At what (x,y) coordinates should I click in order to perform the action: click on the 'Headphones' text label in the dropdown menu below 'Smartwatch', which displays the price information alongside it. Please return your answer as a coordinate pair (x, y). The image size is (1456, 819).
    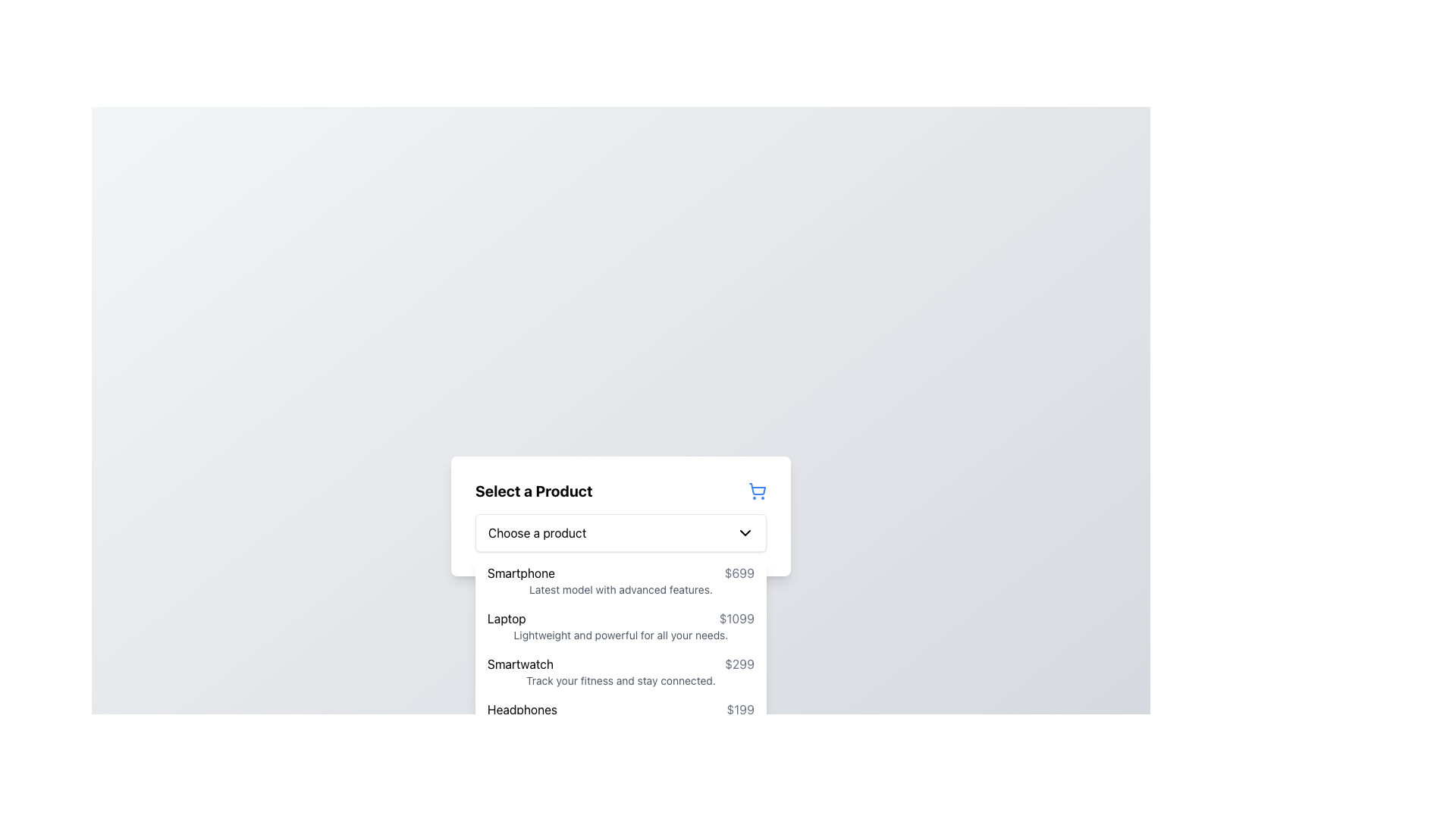
    Looking at the image, I should click on (522, 710).